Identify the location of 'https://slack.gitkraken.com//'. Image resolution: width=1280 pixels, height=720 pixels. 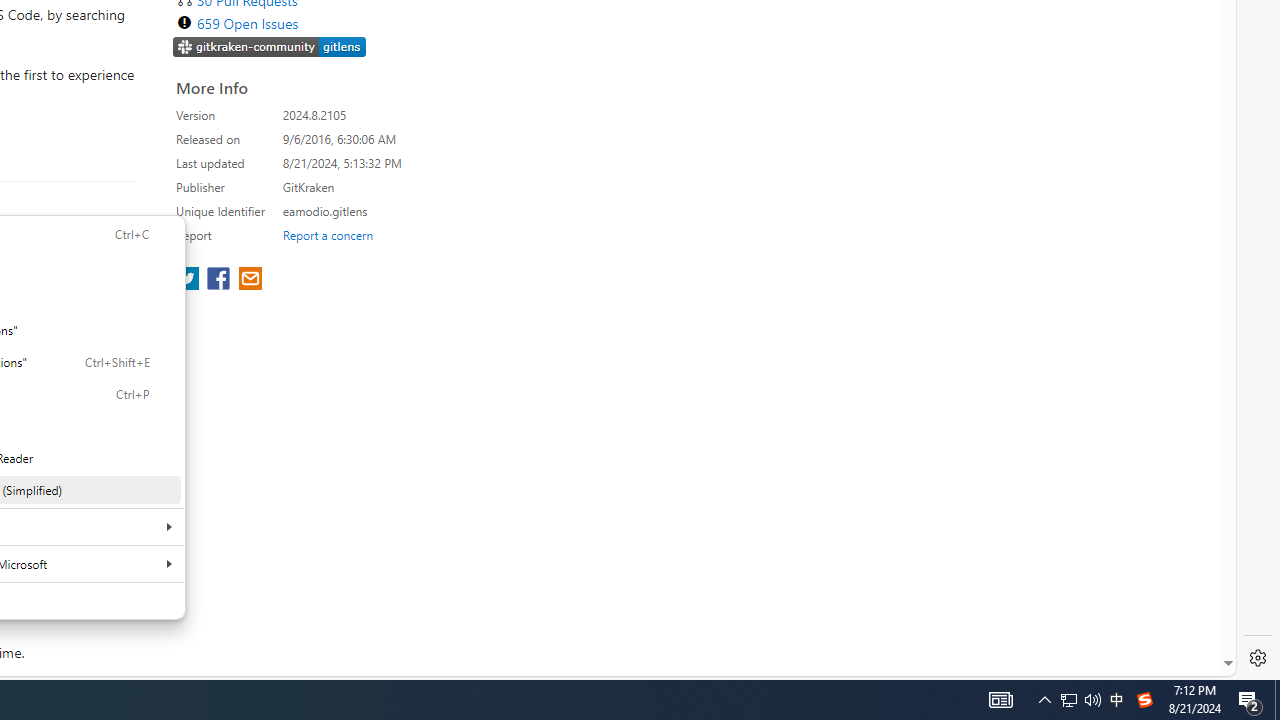
(269, 45).